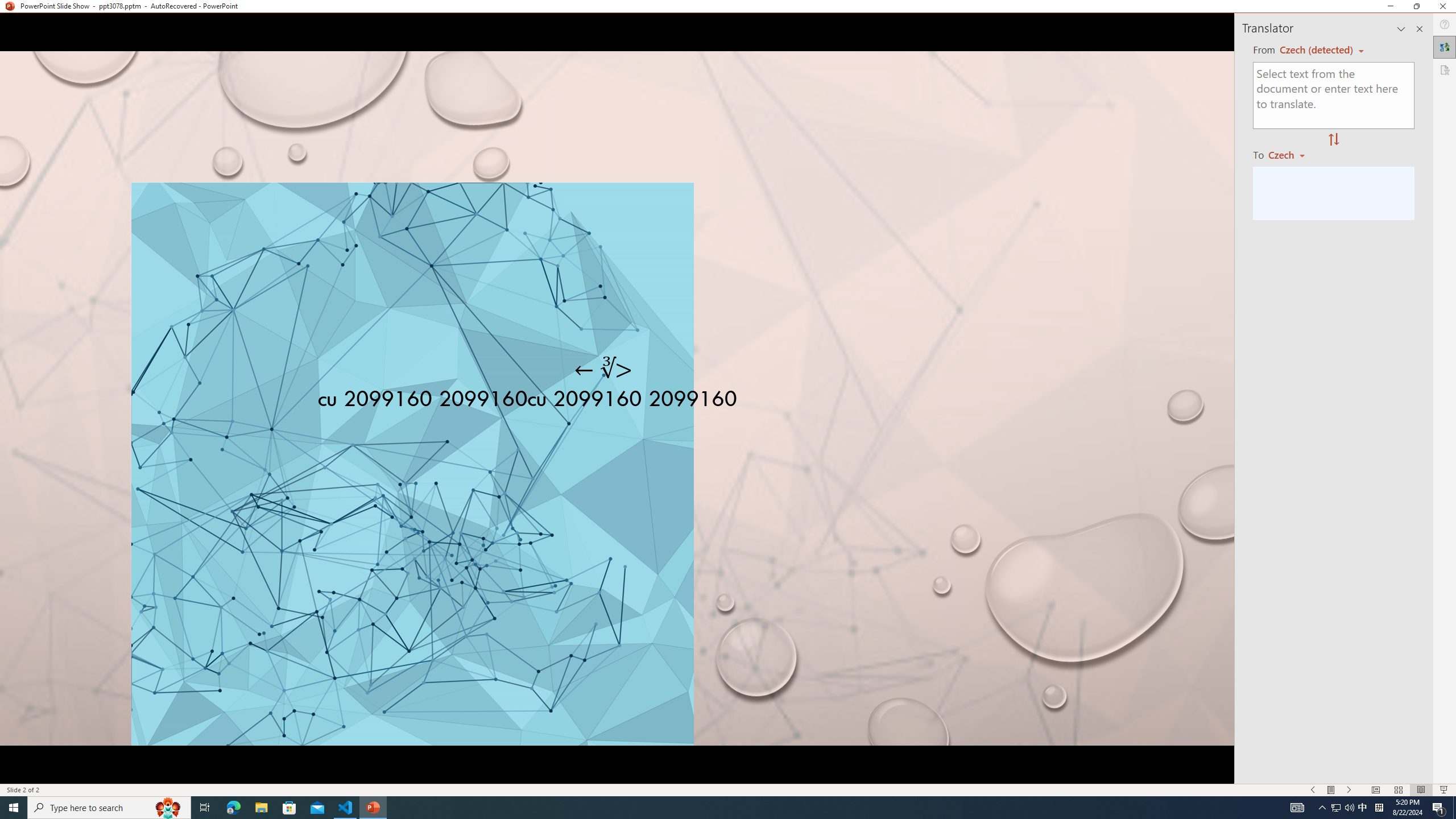 The height and width of the screenshot is (819, 1456). I want to click on 'Help', so click(1444, 24).